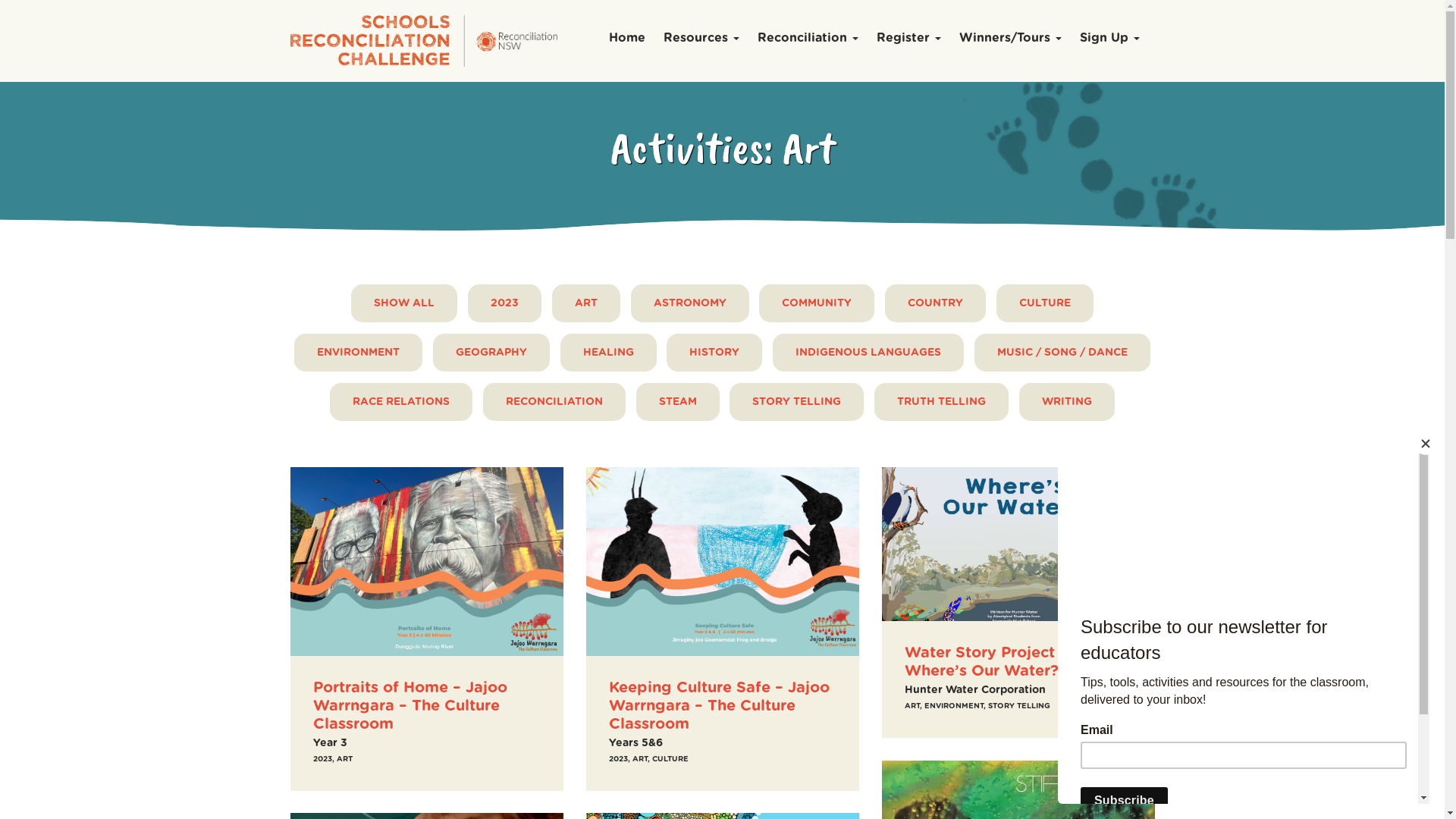  I want to click on 'SHOW ALL', so click(403, 303).